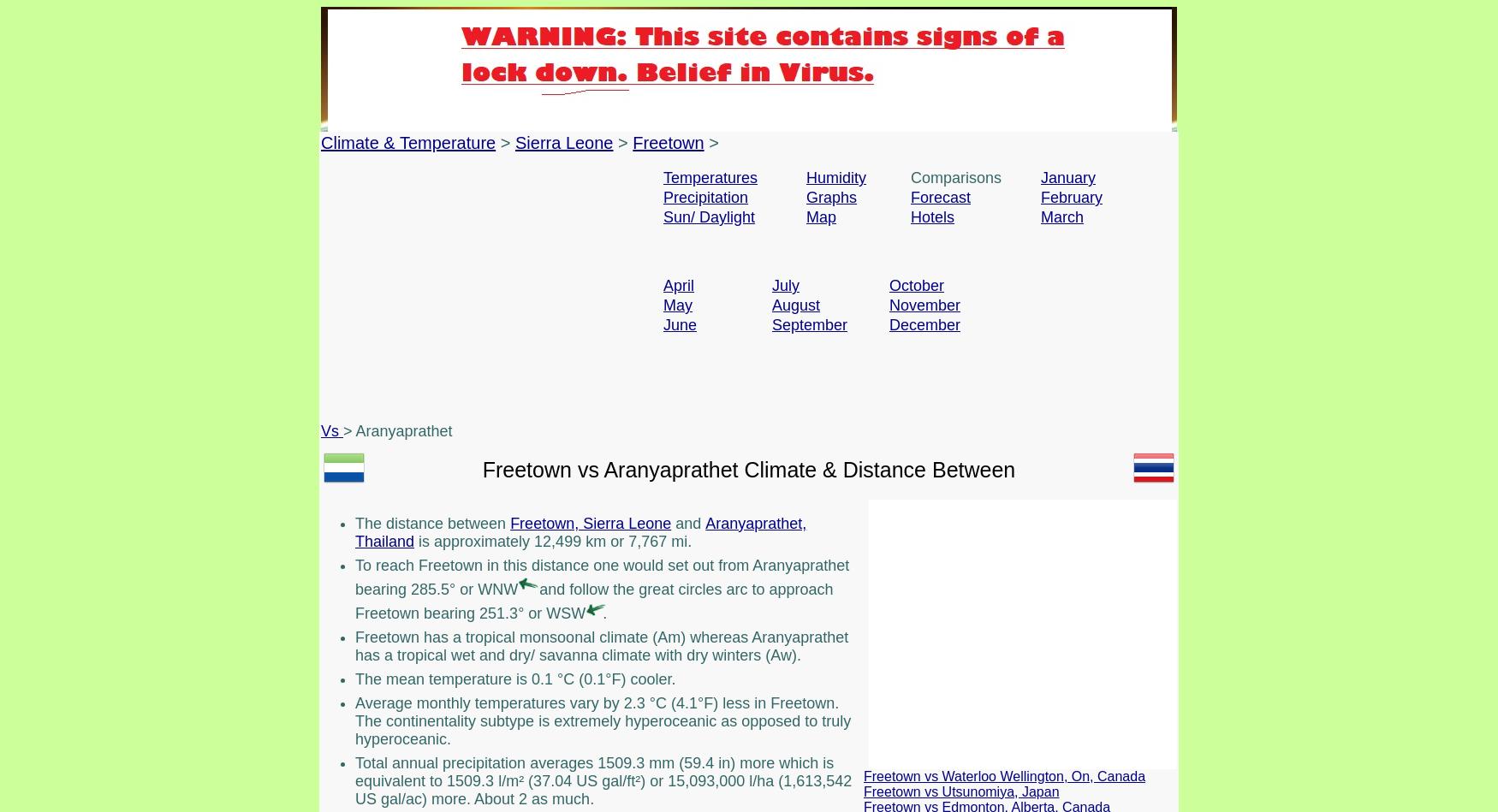  What do you see at coordinates (836, 177) in the screenshot?
I see `'Humidity'` at bounding box center [836, 177].